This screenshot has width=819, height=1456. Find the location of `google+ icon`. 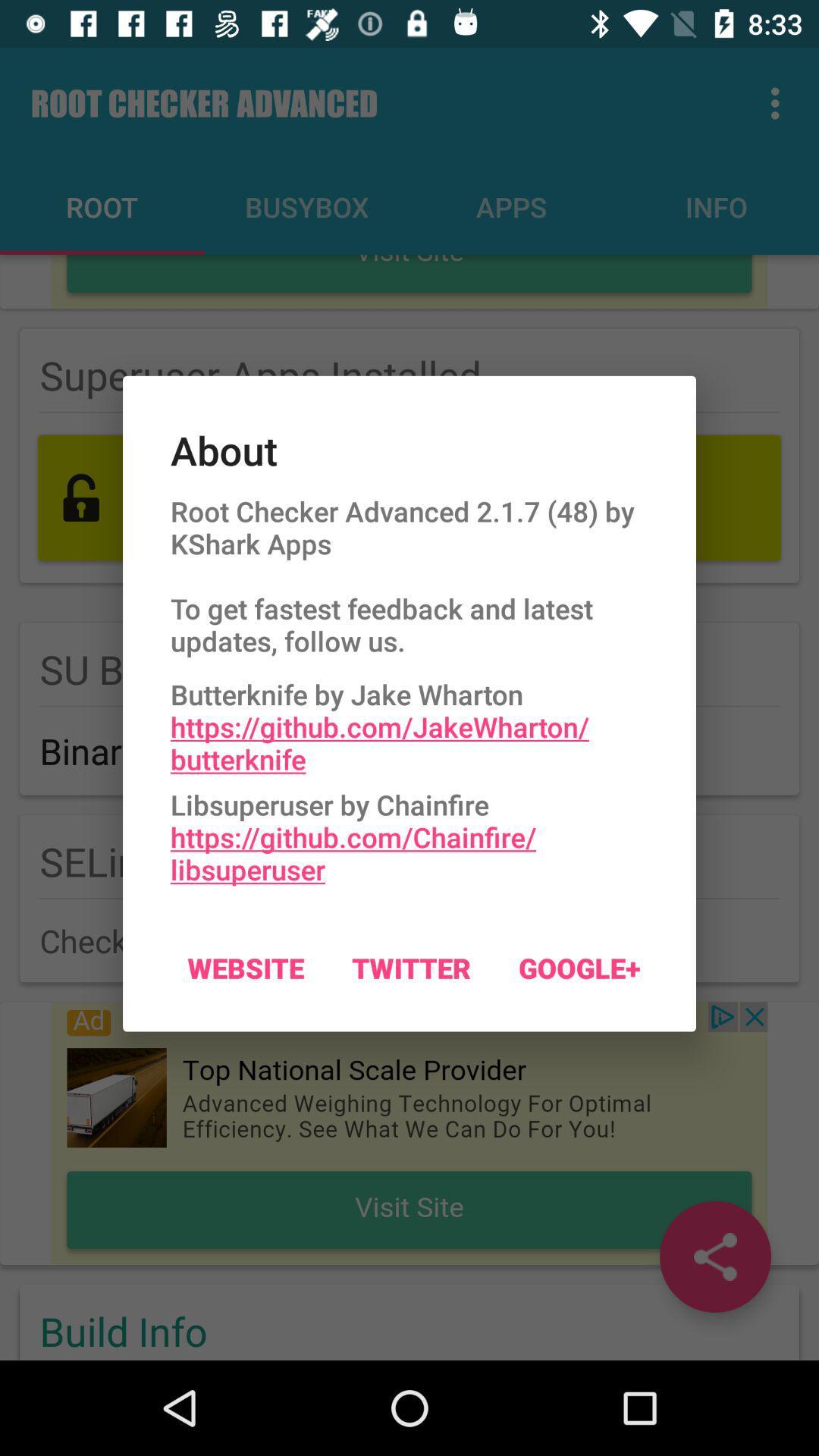

google+ icon is located at coordinates (579, 967).